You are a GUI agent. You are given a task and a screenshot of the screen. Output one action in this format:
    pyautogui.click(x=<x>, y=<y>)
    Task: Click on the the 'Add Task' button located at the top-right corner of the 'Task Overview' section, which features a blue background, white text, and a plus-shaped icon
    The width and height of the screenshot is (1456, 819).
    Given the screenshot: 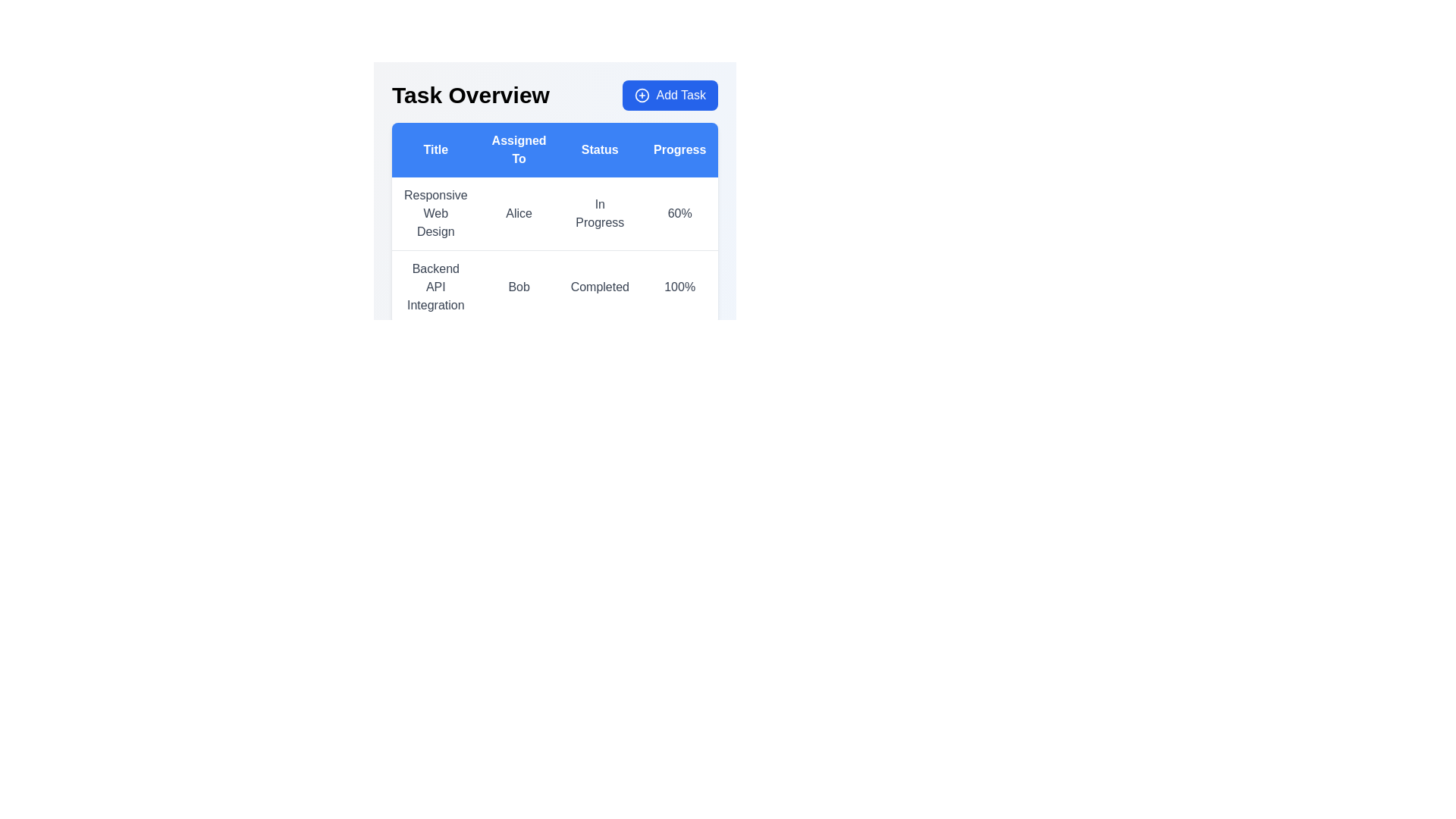 What is the action you would take?
    pyautogui.click(x=670, y=96)
    